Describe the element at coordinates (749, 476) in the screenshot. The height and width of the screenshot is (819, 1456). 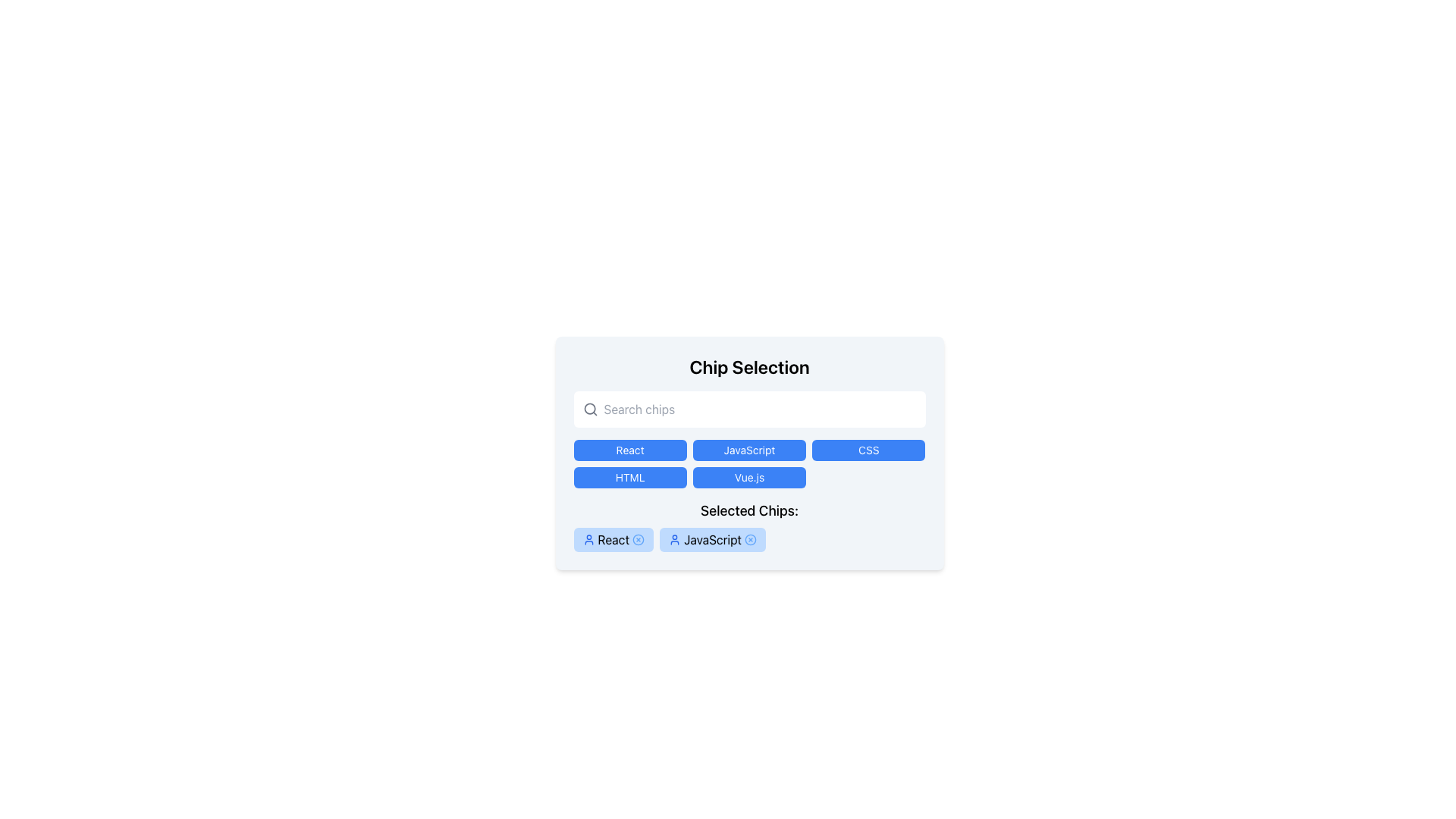
I see `the fifth button in the bottom-right corner of the grid layout` at that location.